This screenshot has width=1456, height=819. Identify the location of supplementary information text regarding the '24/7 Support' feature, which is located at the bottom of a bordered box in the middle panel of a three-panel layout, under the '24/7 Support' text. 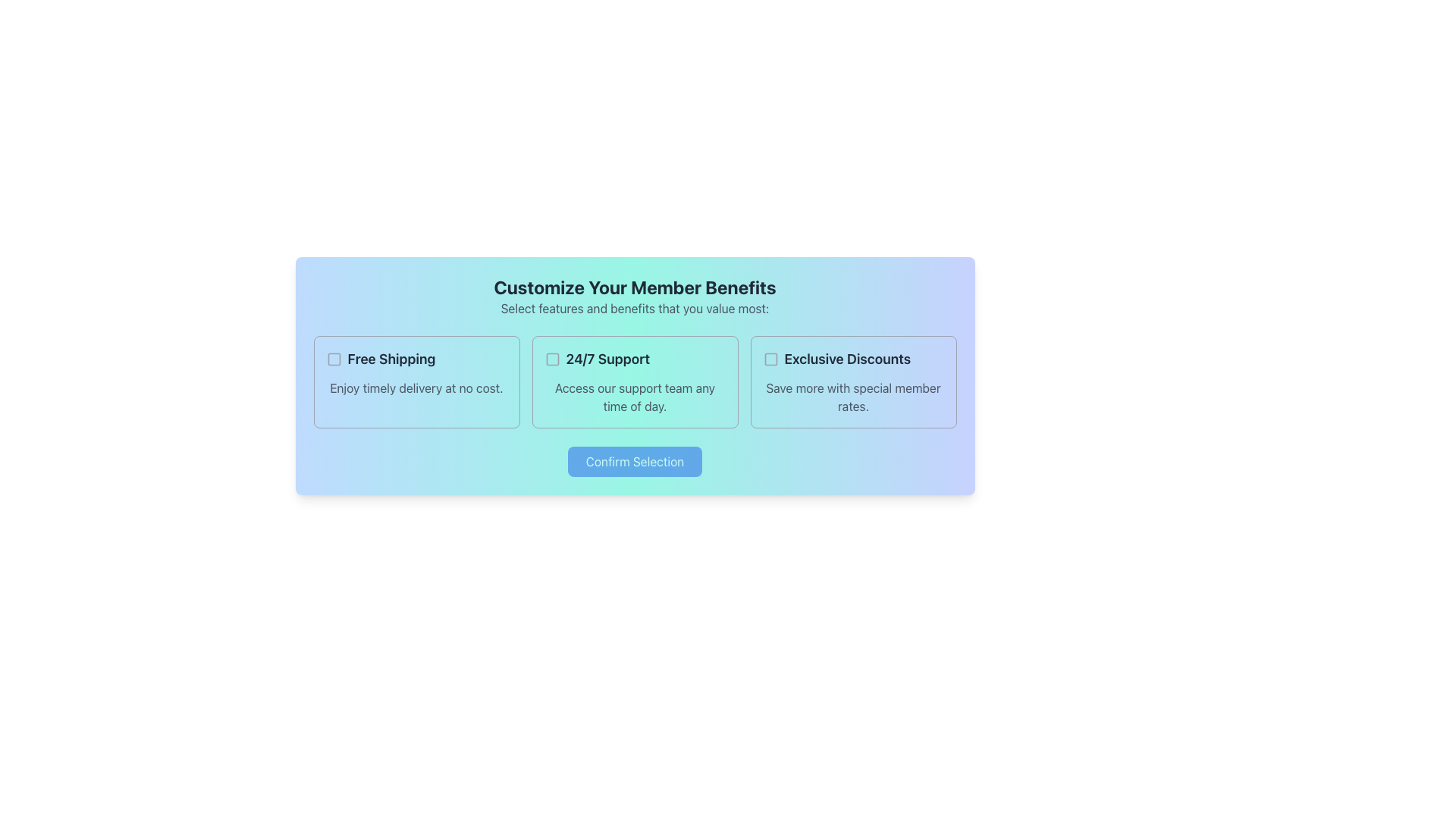
(635, 397).